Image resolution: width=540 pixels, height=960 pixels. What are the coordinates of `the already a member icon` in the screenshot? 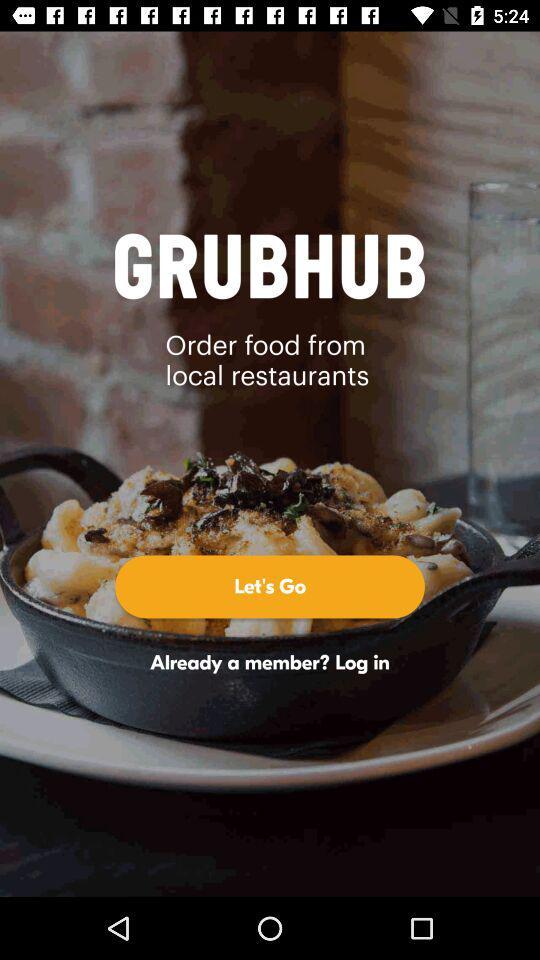 It's located at (270, 662).